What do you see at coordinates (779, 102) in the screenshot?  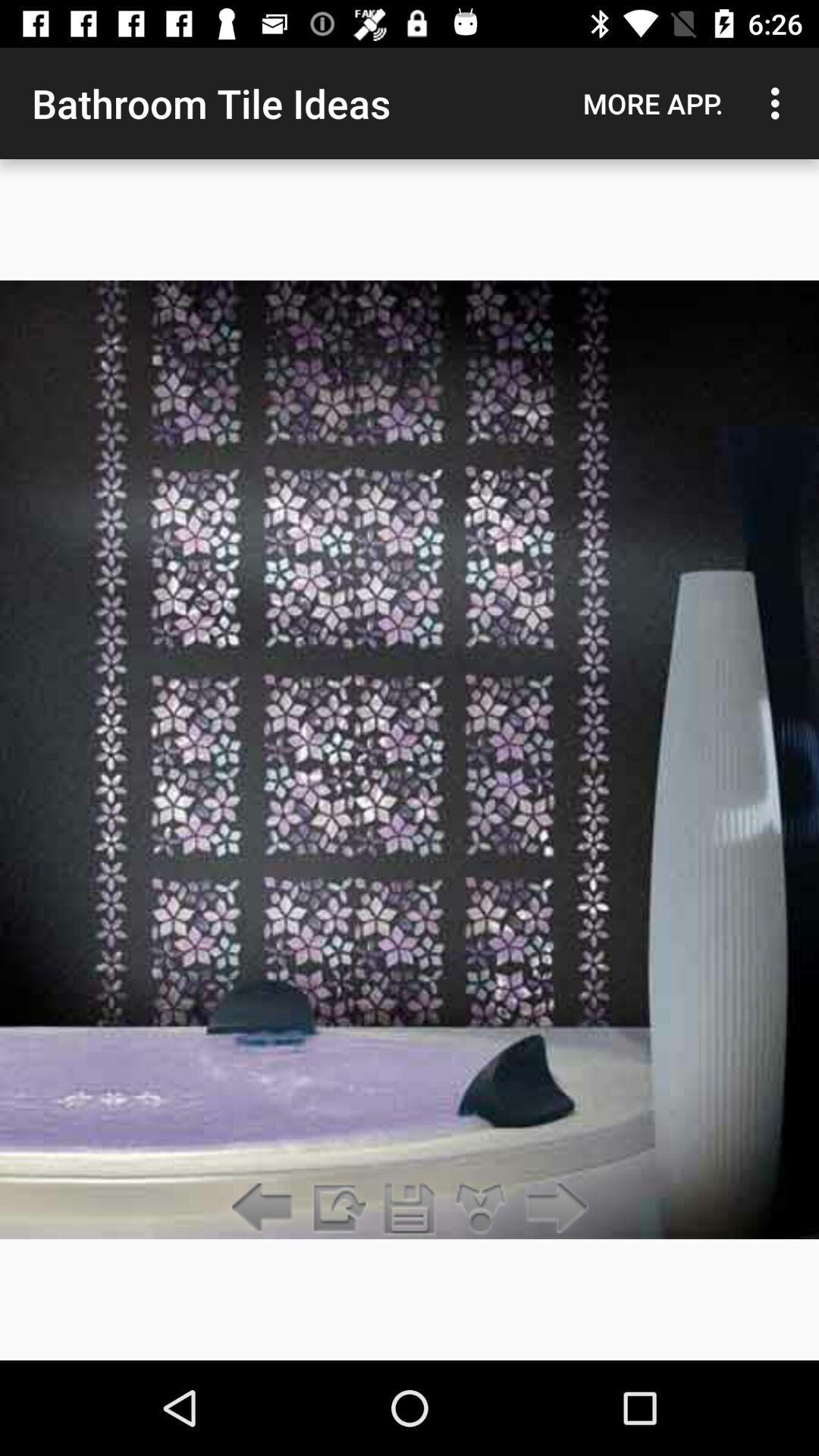 I see `the icon to the right of the more app. item` at bounding box center [779, 102].